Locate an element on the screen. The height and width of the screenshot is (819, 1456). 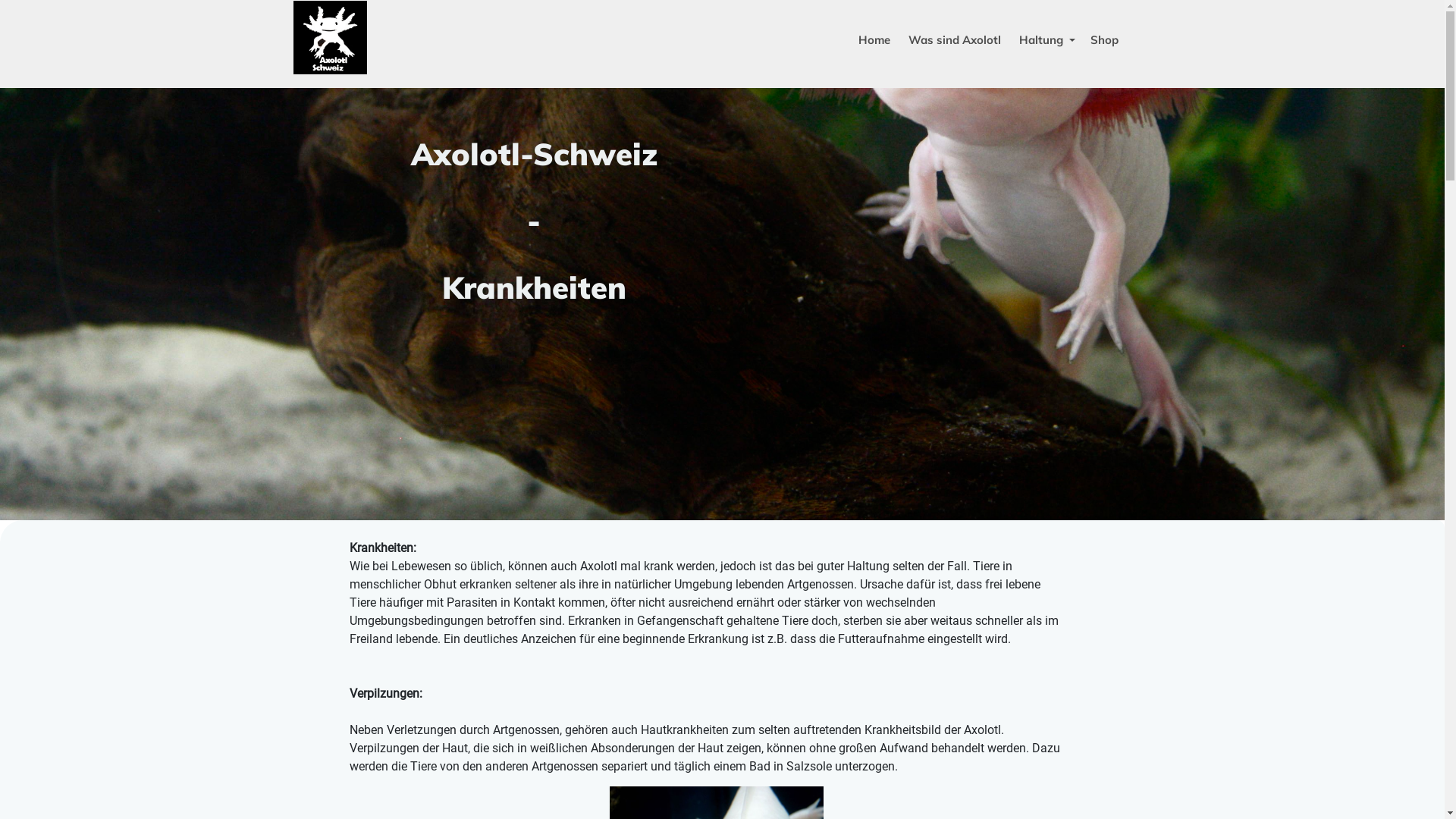
'Was sind Axolotl' is located at coordinates (953, 39).